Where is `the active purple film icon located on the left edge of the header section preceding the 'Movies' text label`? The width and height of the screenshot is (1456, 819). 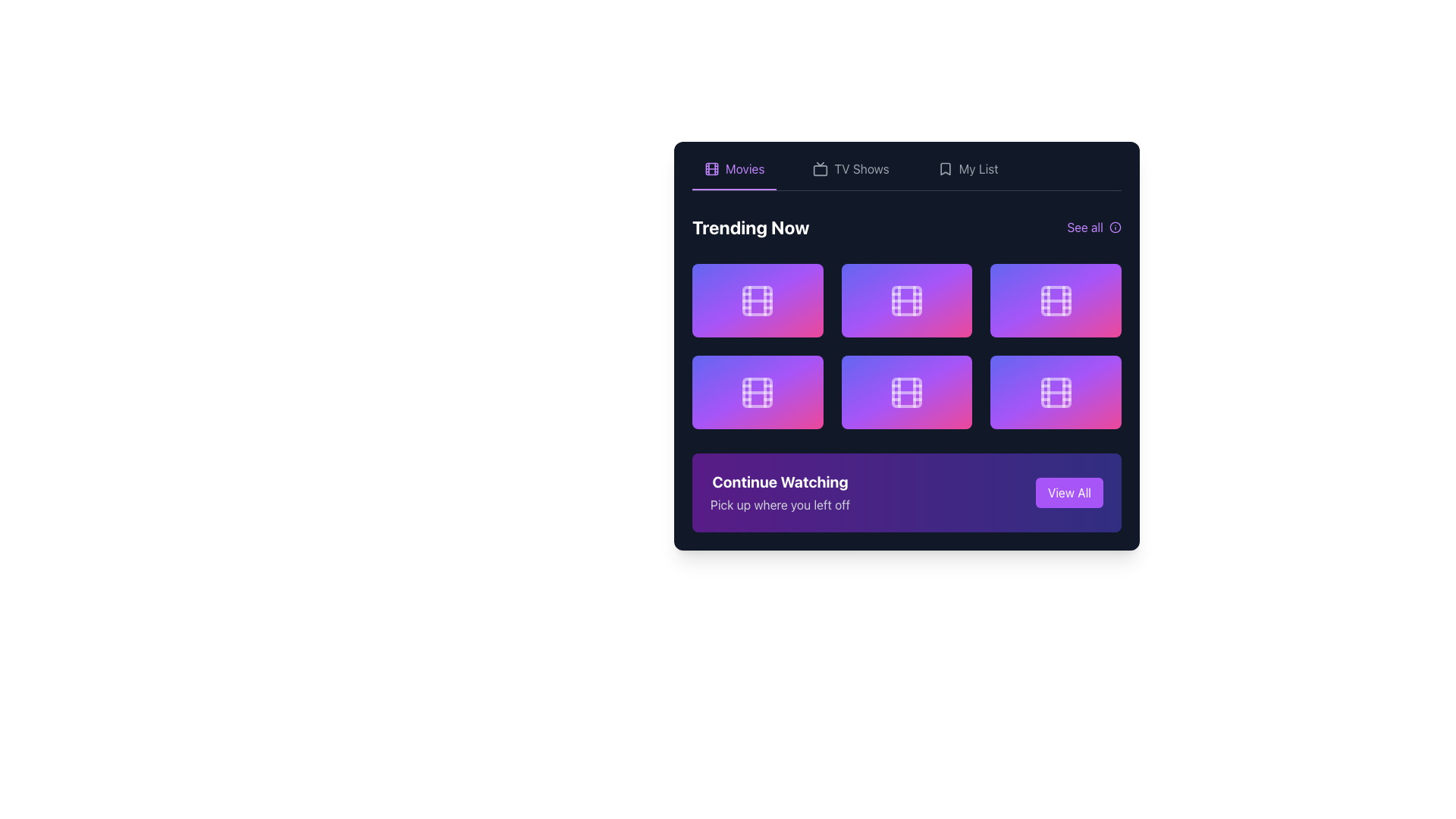 the active purple film icon located on the left edge of the header section preceding the 'Movies' text label is located at coordinates (711, 169).